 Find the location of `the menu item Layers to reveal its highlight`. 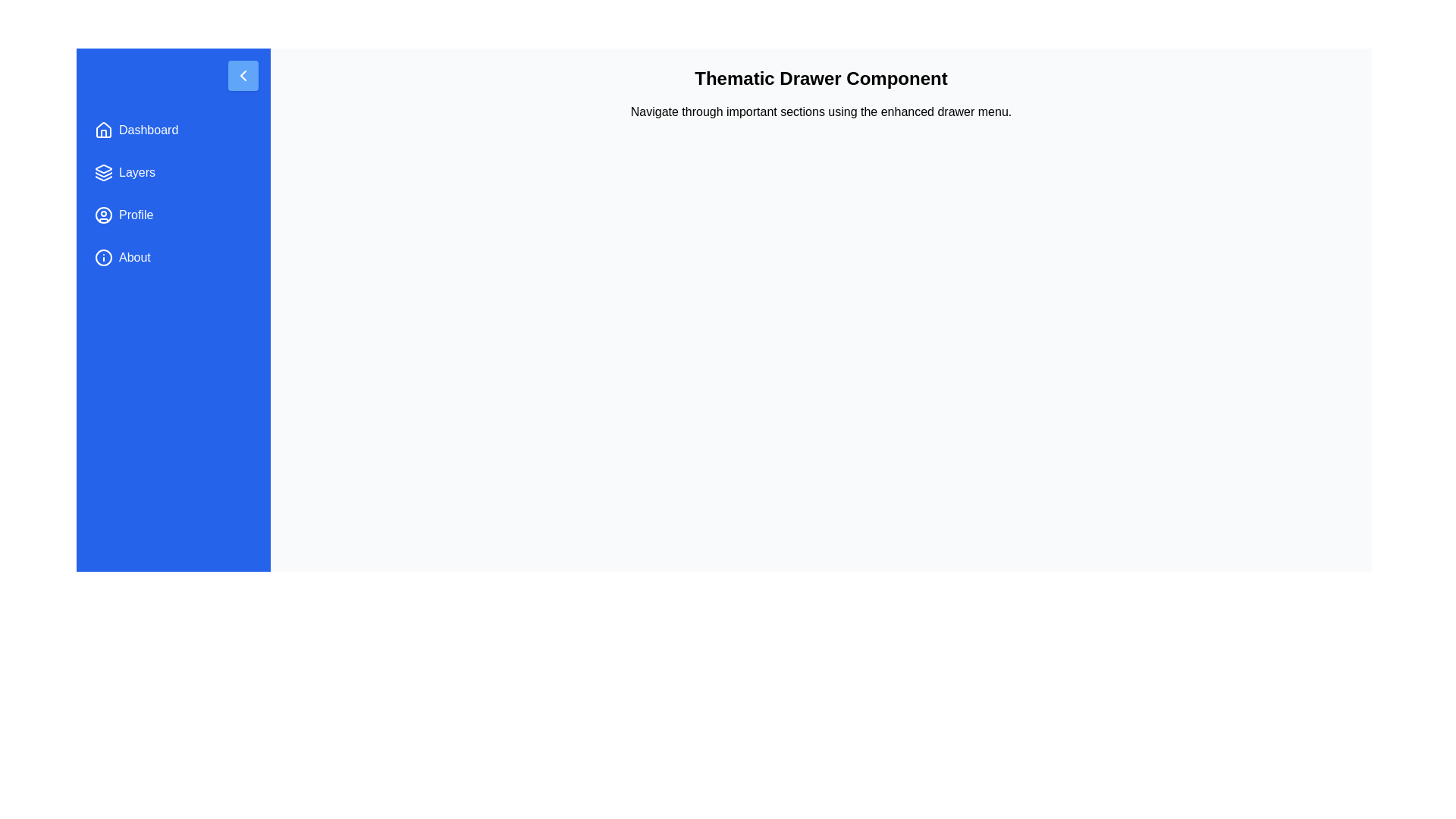

the menu item Layers to reveal its highlight is located at coordinates (174, 171).